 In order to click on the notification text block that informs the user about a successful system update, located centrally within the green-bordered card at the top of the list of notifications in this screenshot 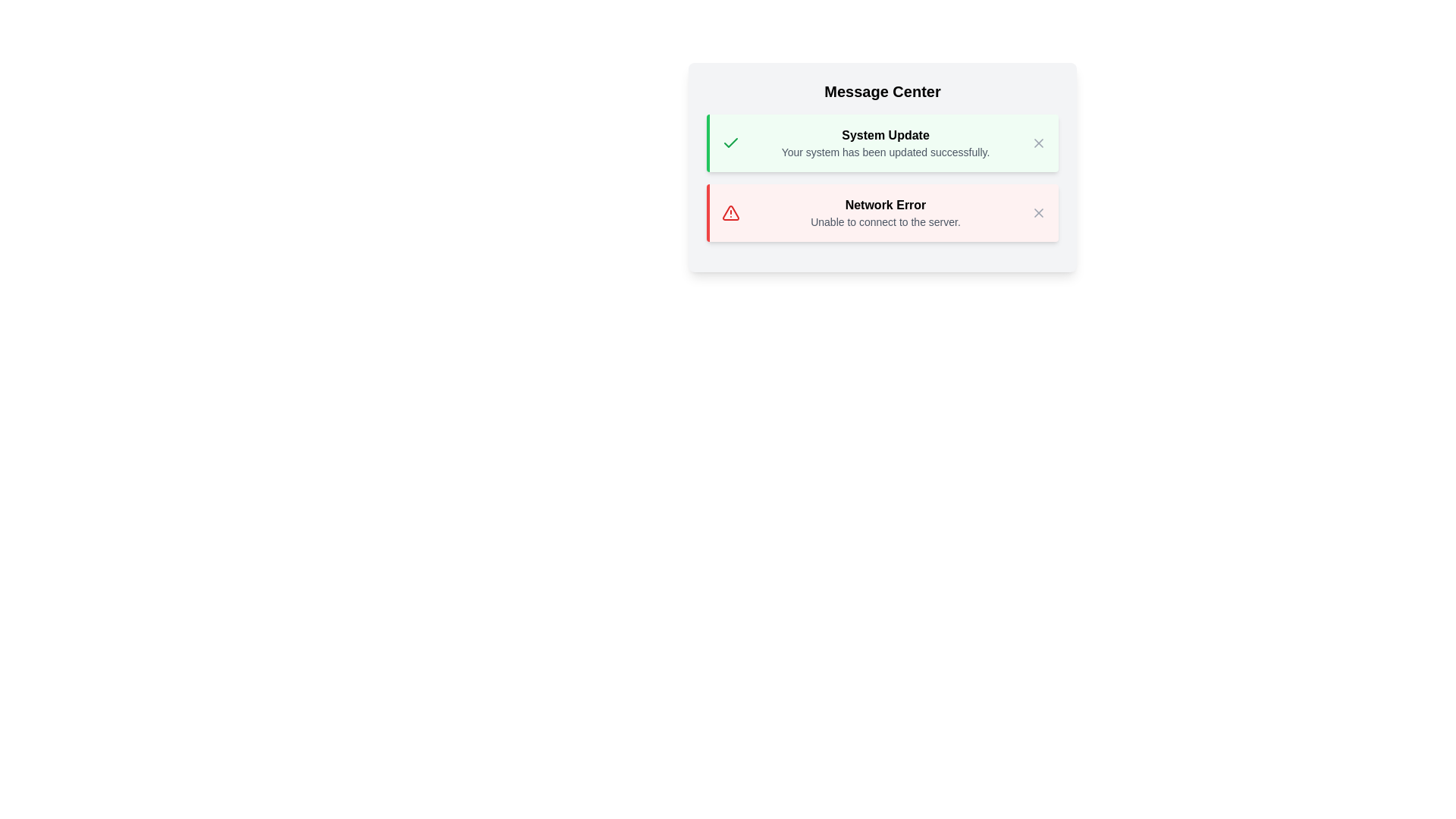, I will do `click(885, 143)`.